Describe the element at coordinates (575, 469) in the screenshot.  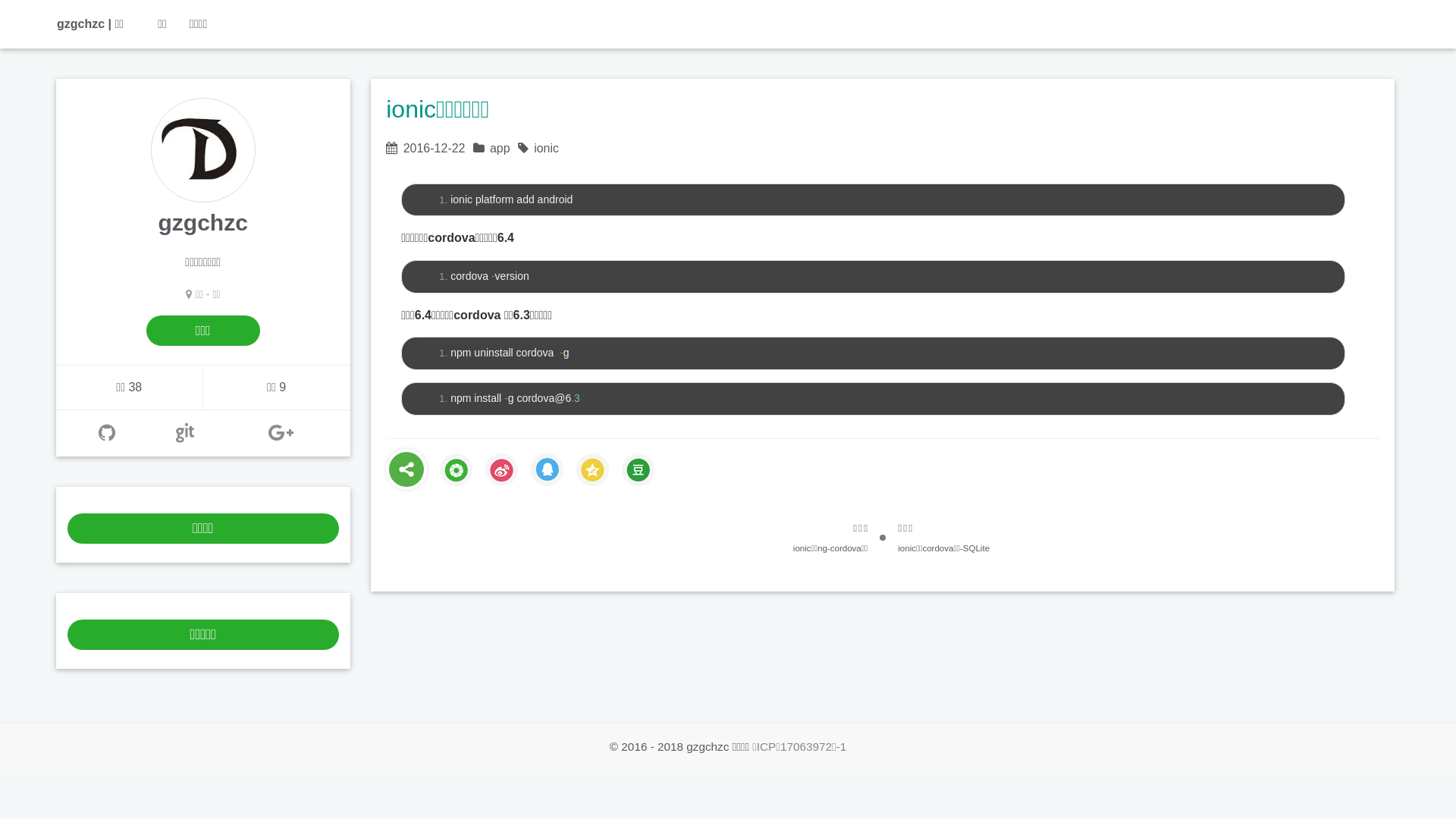
I see `'qZone'` at that location.